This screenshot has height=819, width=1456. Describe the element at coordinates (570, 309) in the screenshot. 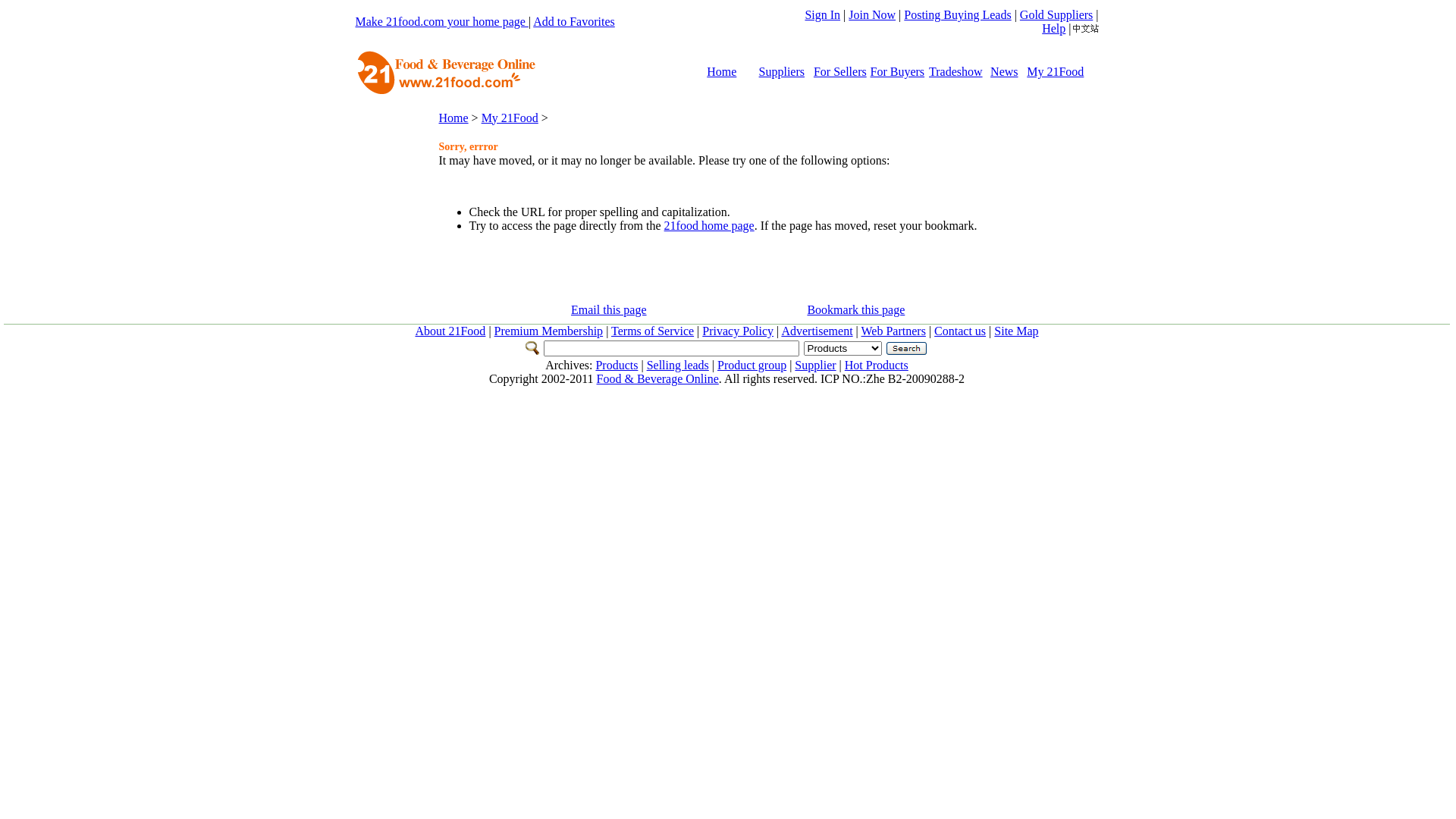

I see `'Email this page'` at that location.